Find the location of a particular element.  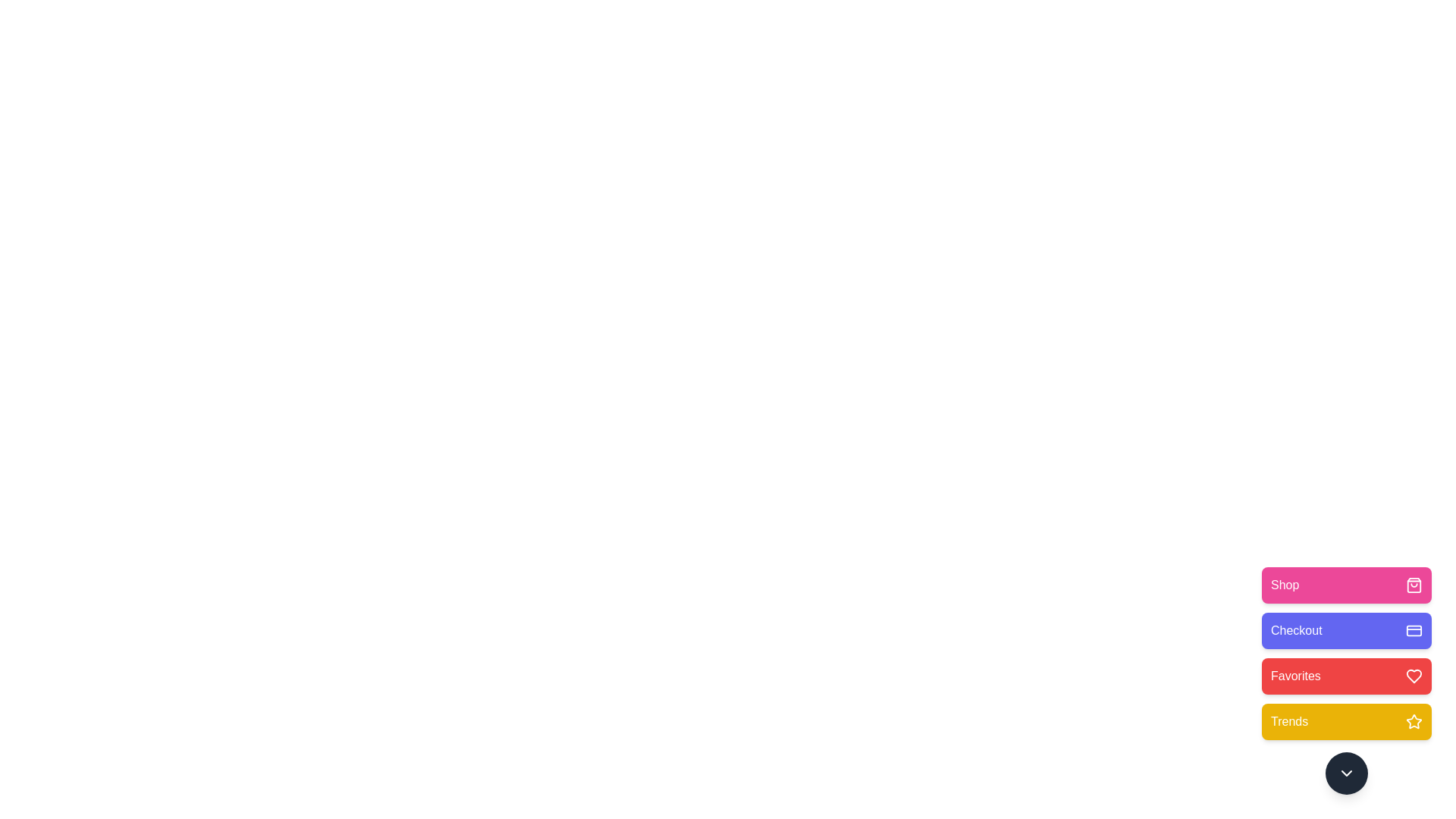

the menu option Shop by clicking the corresponding button is located at coordinates (1347, 584).